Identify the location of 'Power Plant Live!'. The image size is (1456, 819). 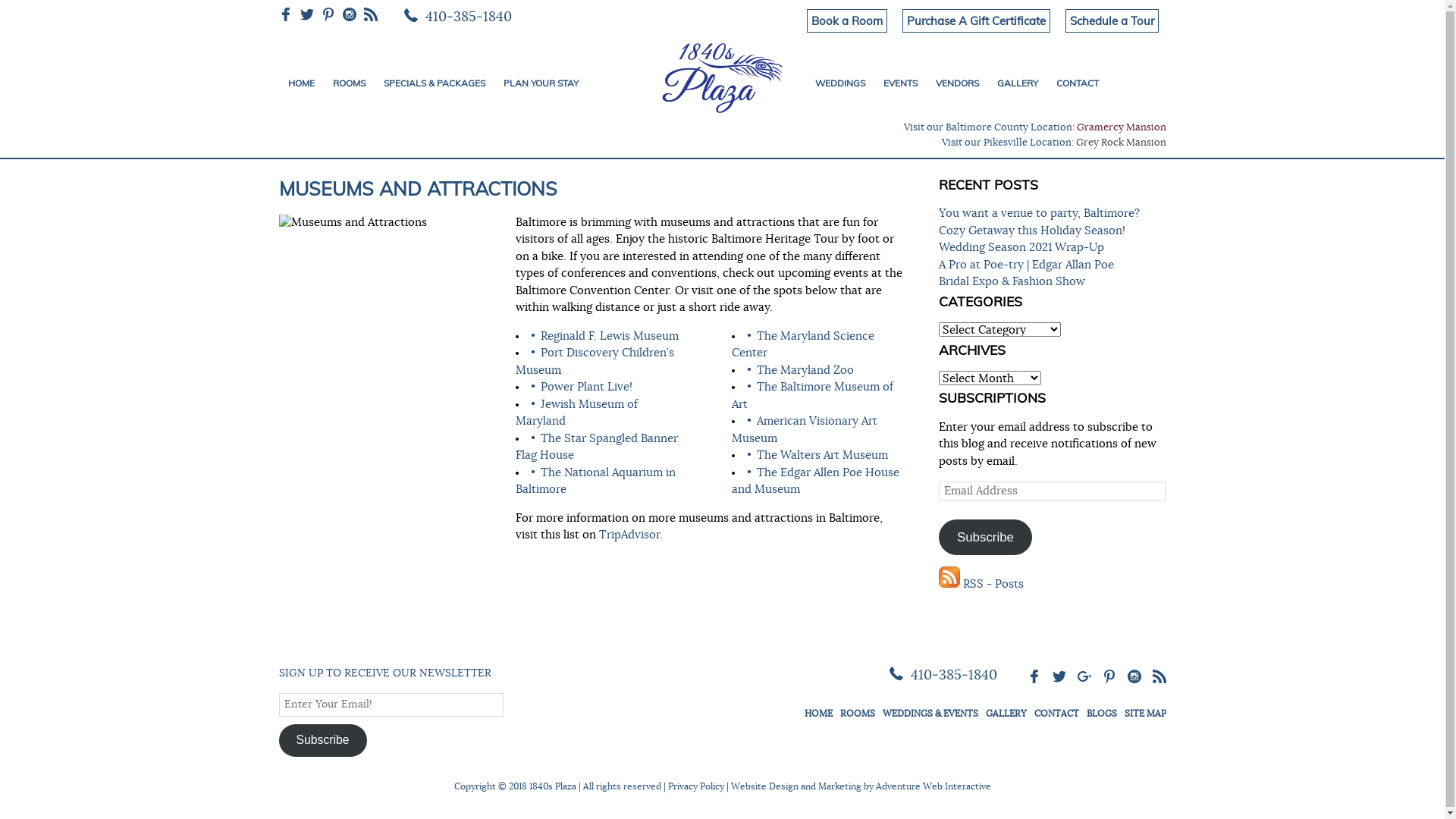
(585, 386).